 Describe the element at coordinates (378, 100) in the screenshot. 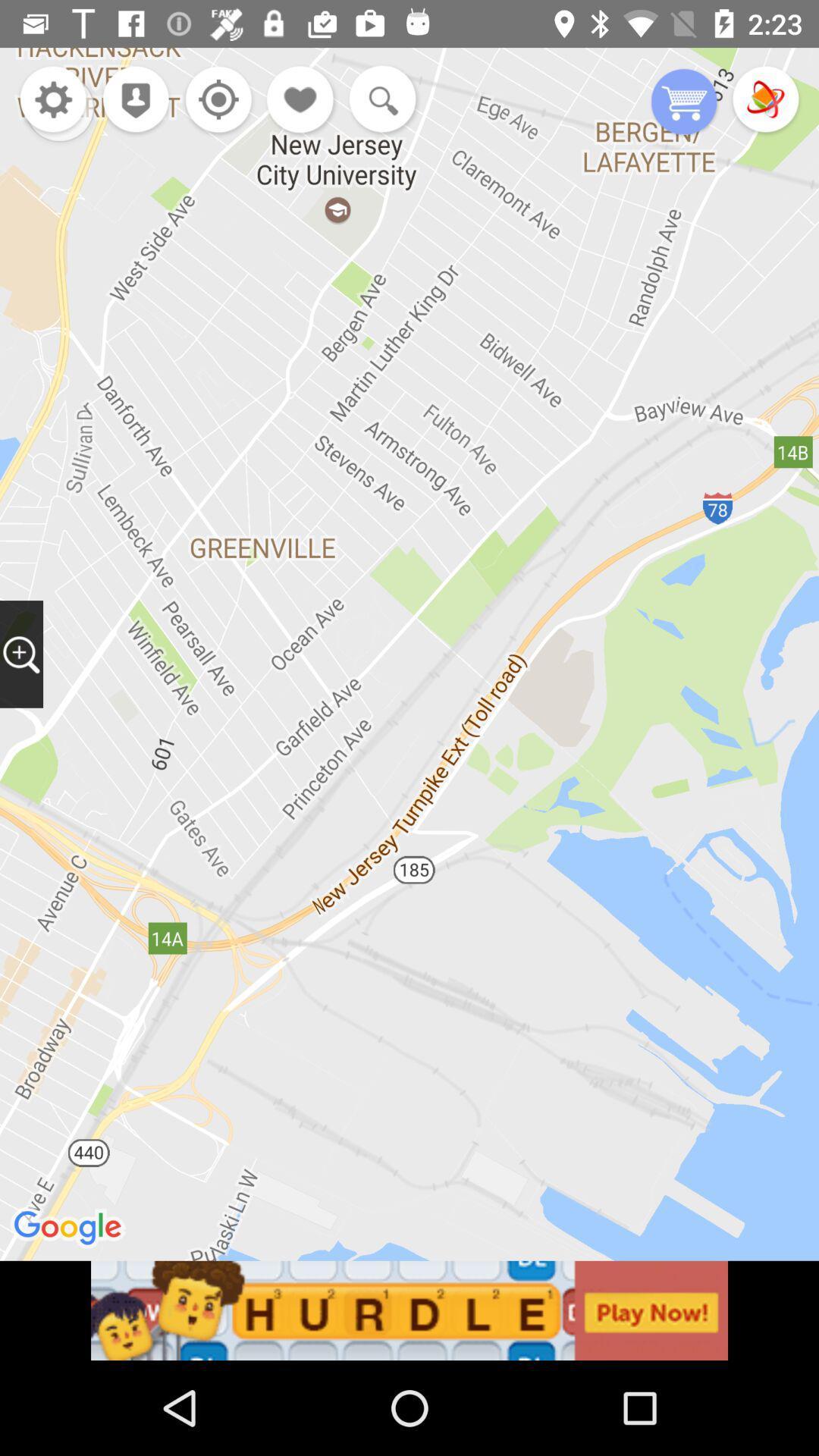

I see `go zoom` at that location.